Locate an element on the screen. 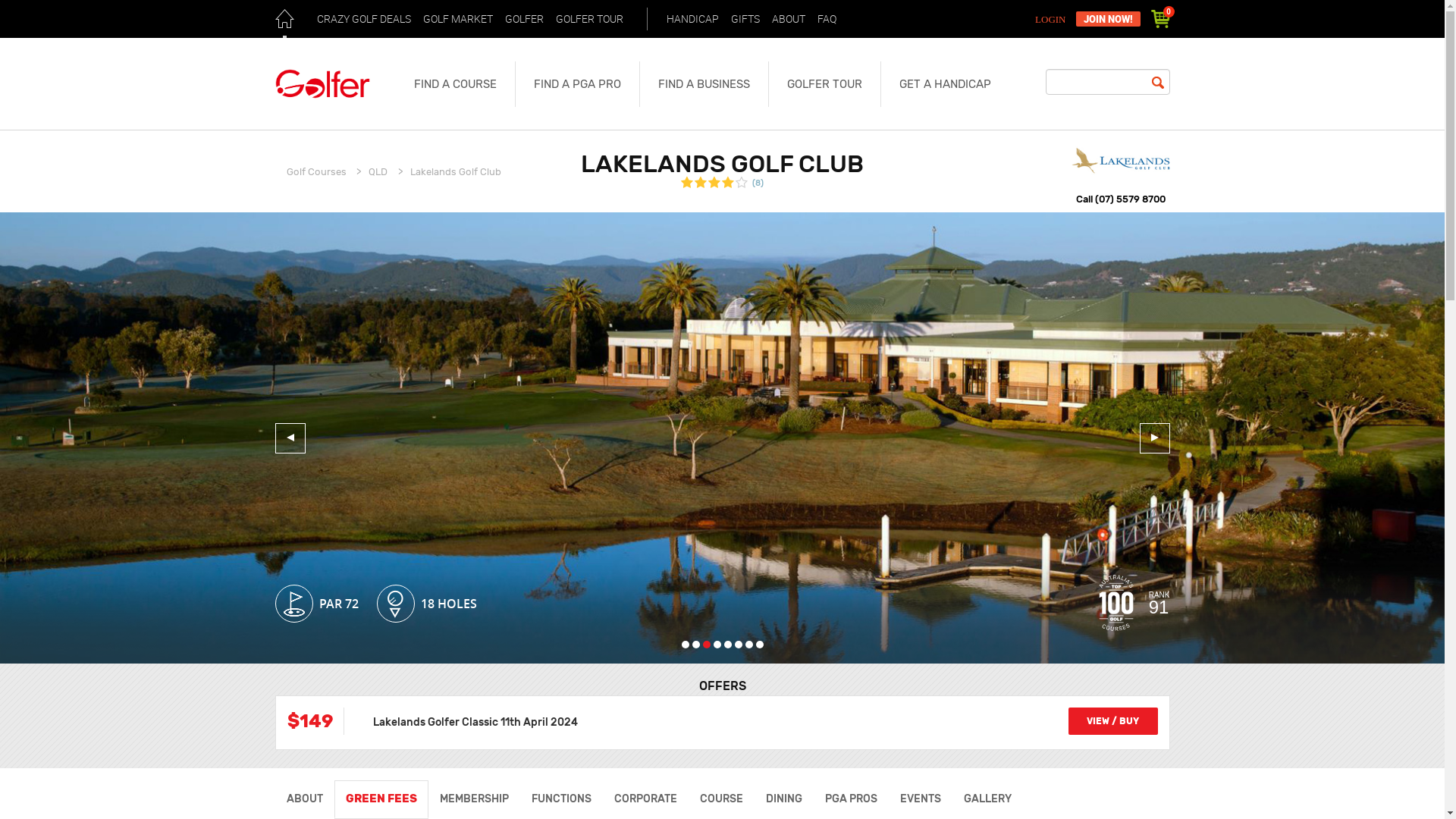 This screenshot has height=819, width=1456. 'CRAZY GOLF DEALS' is located at coordinates (362, 18).